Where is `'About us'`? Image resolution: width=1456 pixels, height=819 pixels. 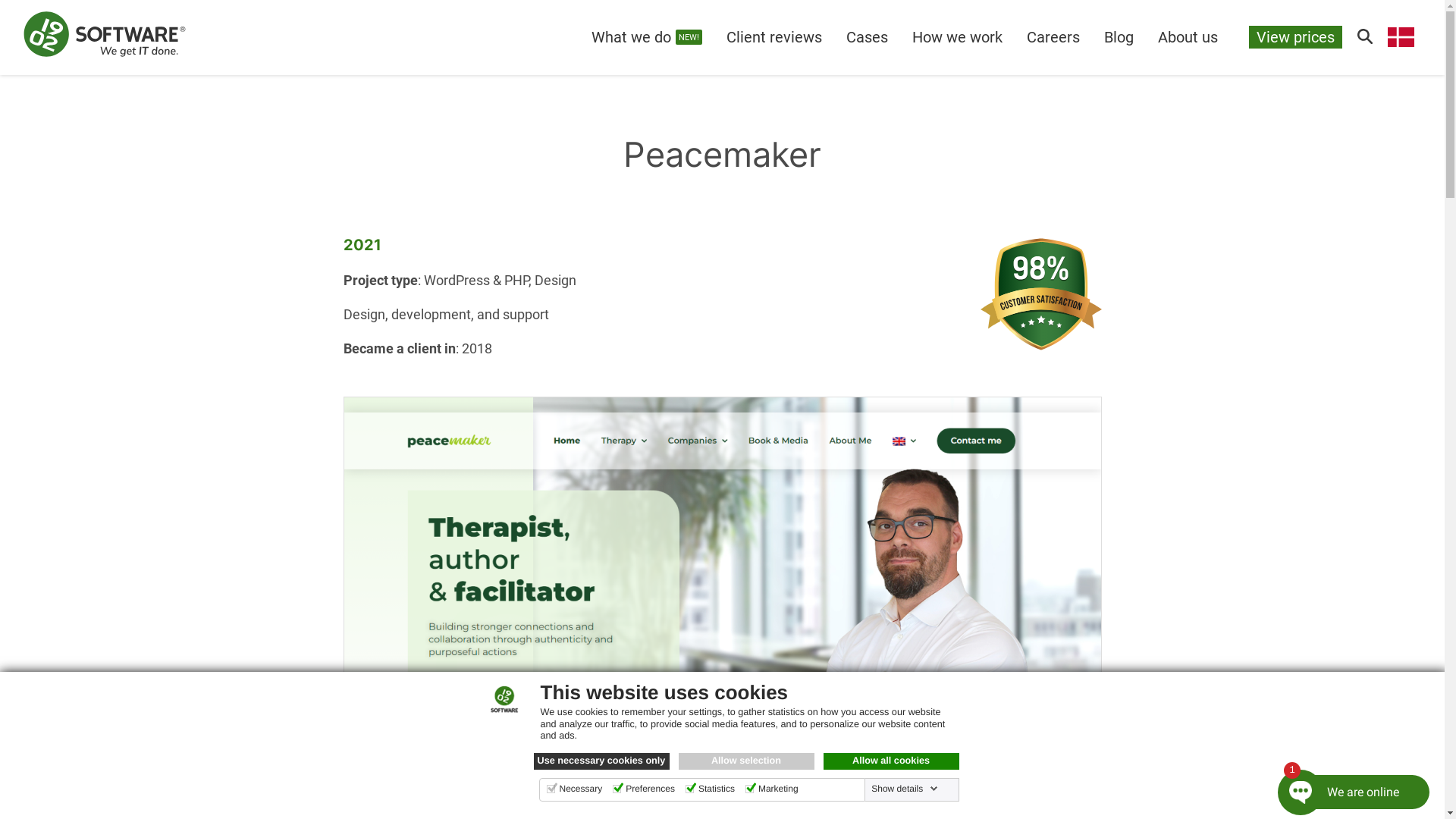 'About us' is located at coordinates (1187, 36).